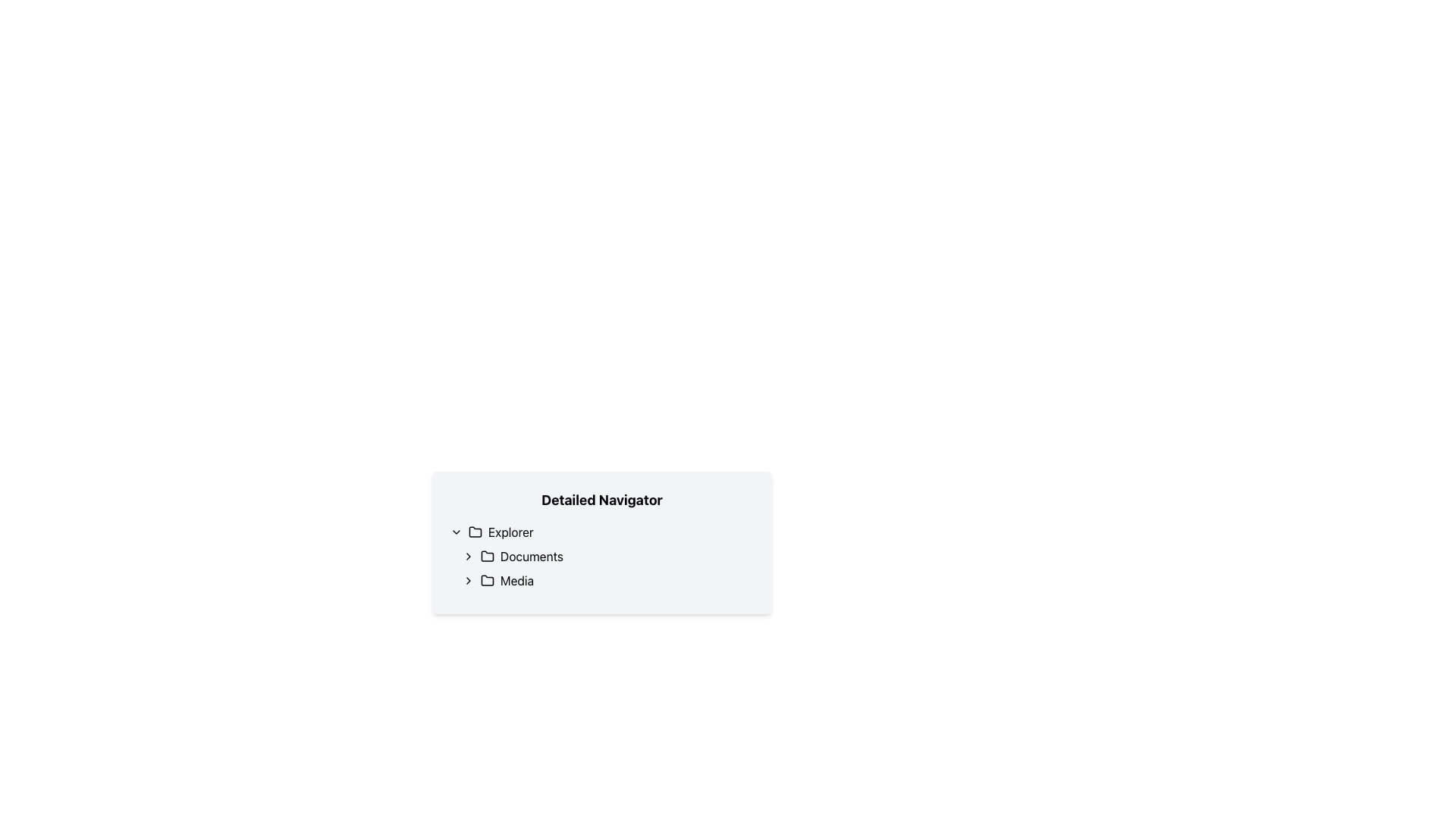  Describe the element at coordinates (601, 568) in the screenshot. I see `the Navigation list item containing 'Documents' and 'Media'` at that location.